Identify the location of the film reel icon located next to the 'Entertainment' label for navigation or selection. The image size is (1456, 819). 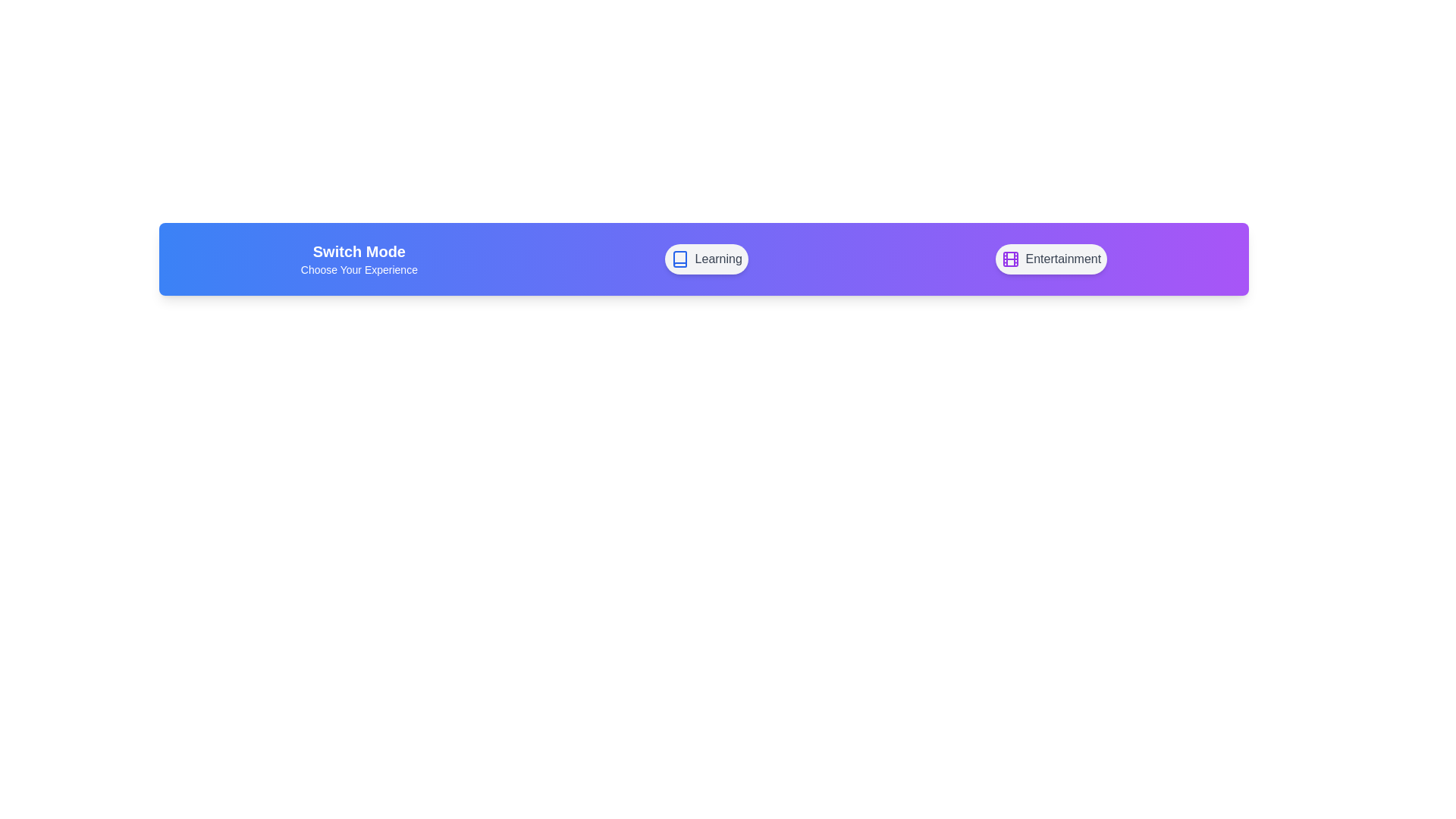
(1009, 259).